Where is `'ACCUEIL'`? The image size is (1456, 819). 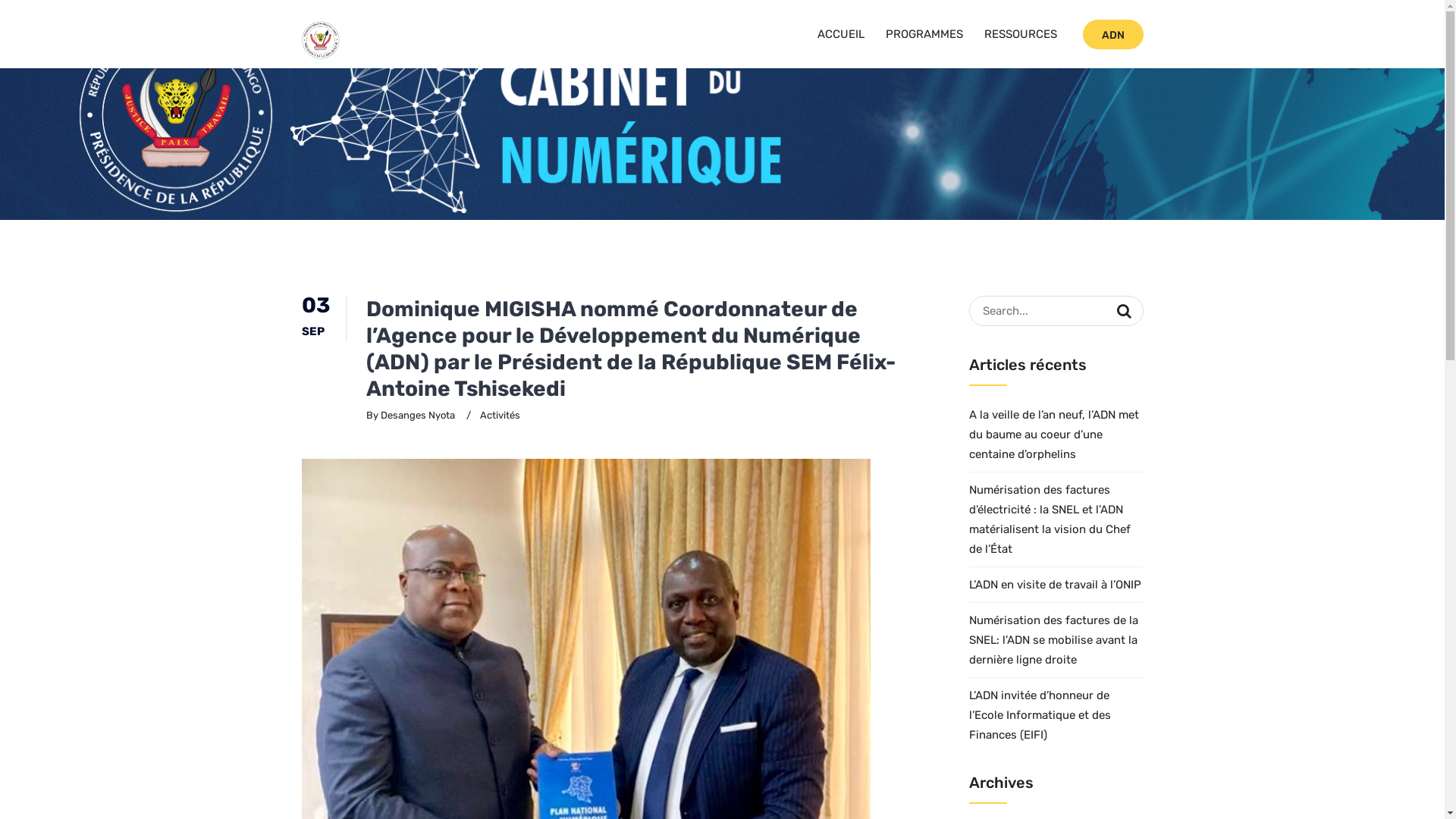 'ACCUEIL' is located at coordinates (839, 34).